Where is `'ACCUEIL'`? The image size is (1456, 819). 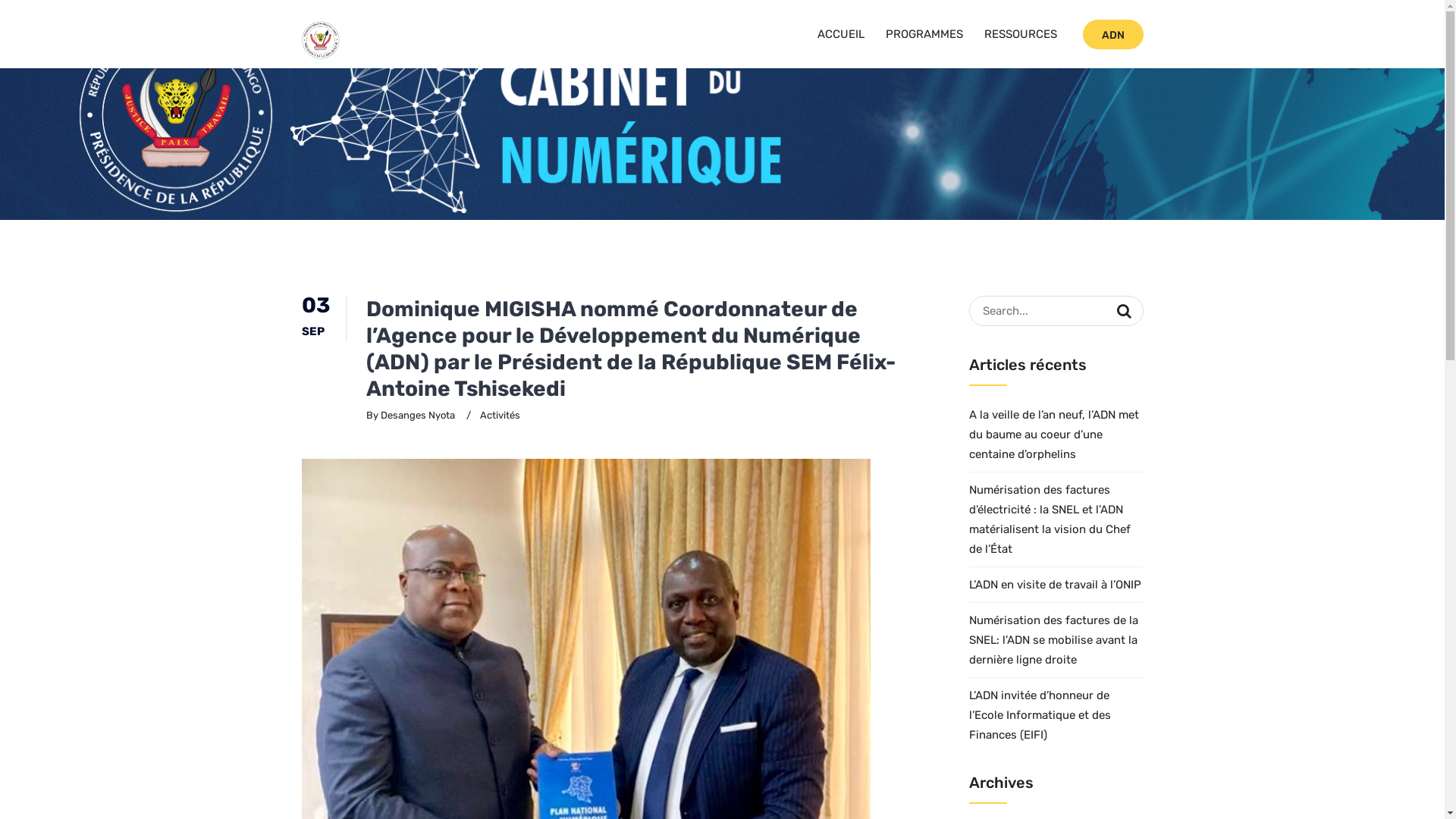 'ACCUEIL' is located at coordinates (839, 34).